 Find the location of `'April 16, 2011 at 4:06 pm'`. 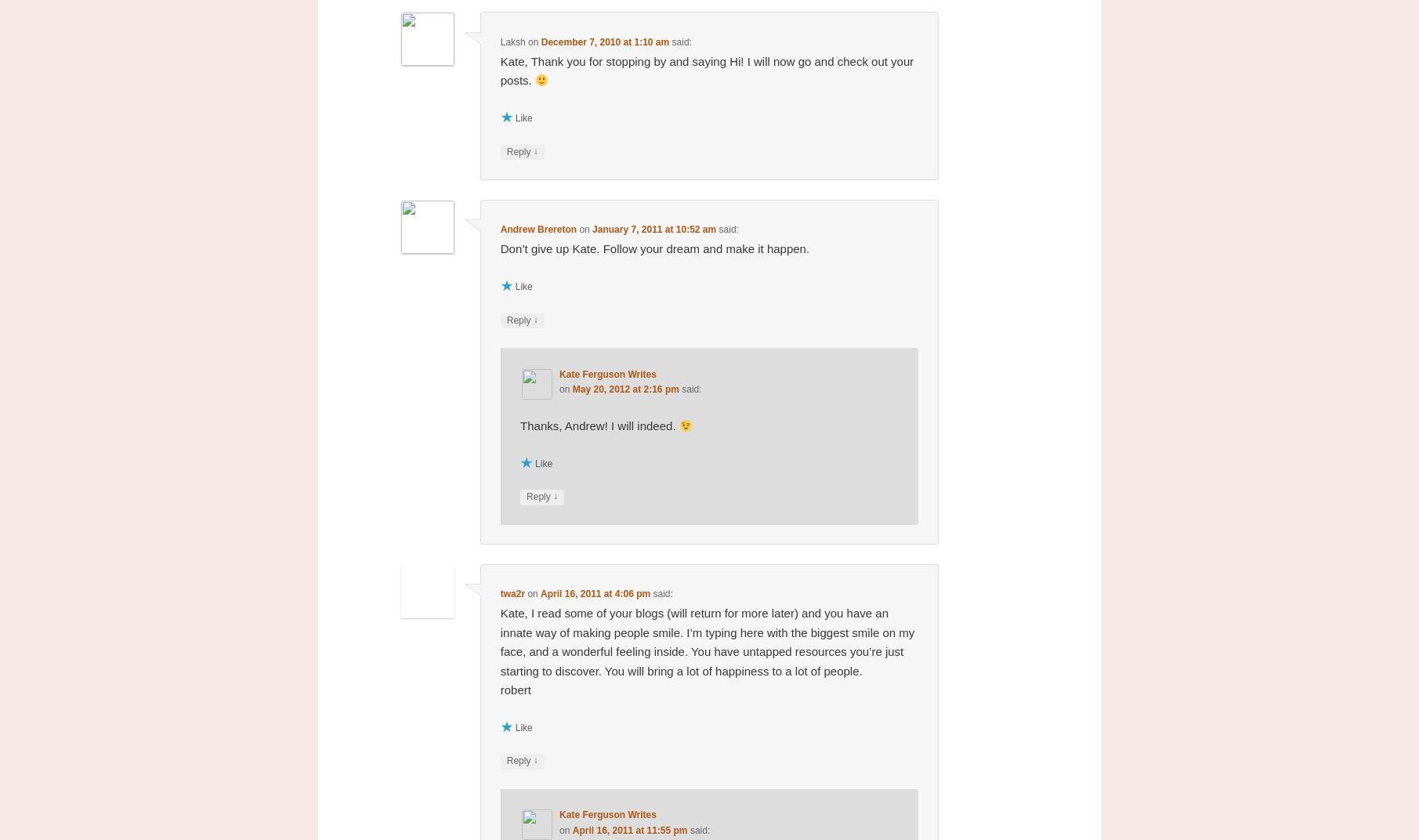

'April 16, 2011 at 4:06 pm' is located at coordinates (595, 594).